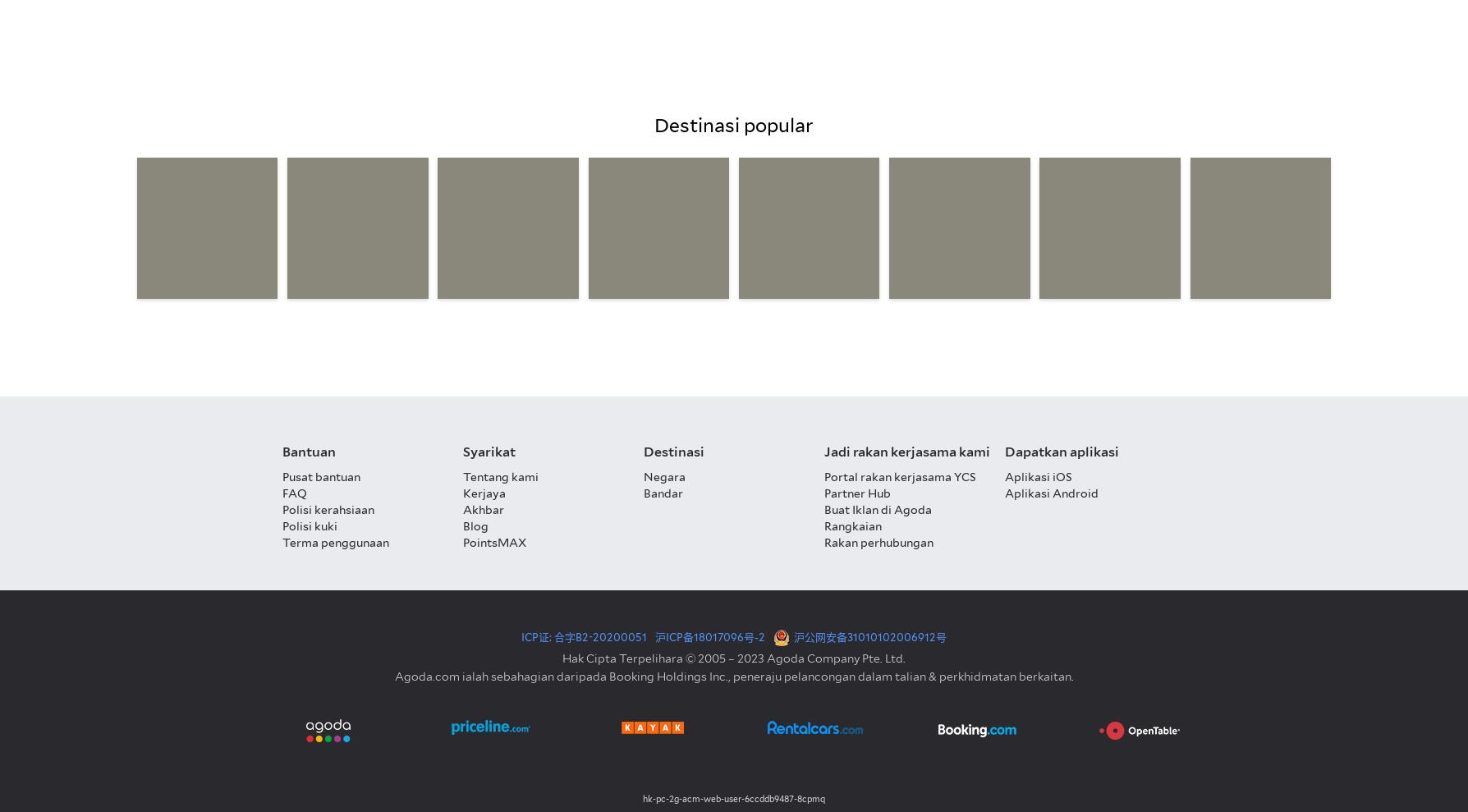 The width and height of the screenshot is (1468, 812). Describe the element at coordinates (878, 509) in the screenshot. I see `'Buat Iklan di Agoda'` at that location.